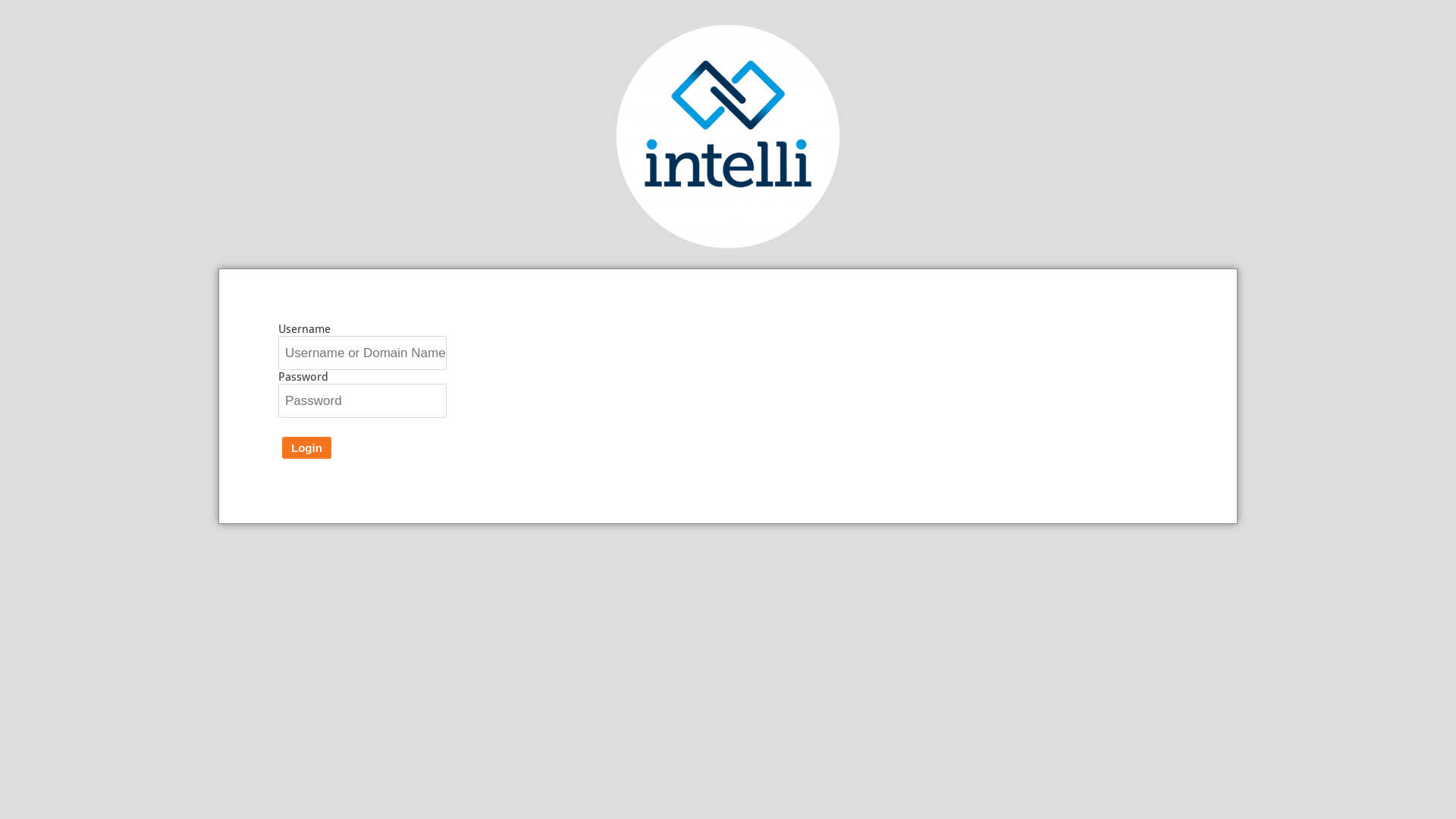  I want to click on 'Login', so click(282, 447).